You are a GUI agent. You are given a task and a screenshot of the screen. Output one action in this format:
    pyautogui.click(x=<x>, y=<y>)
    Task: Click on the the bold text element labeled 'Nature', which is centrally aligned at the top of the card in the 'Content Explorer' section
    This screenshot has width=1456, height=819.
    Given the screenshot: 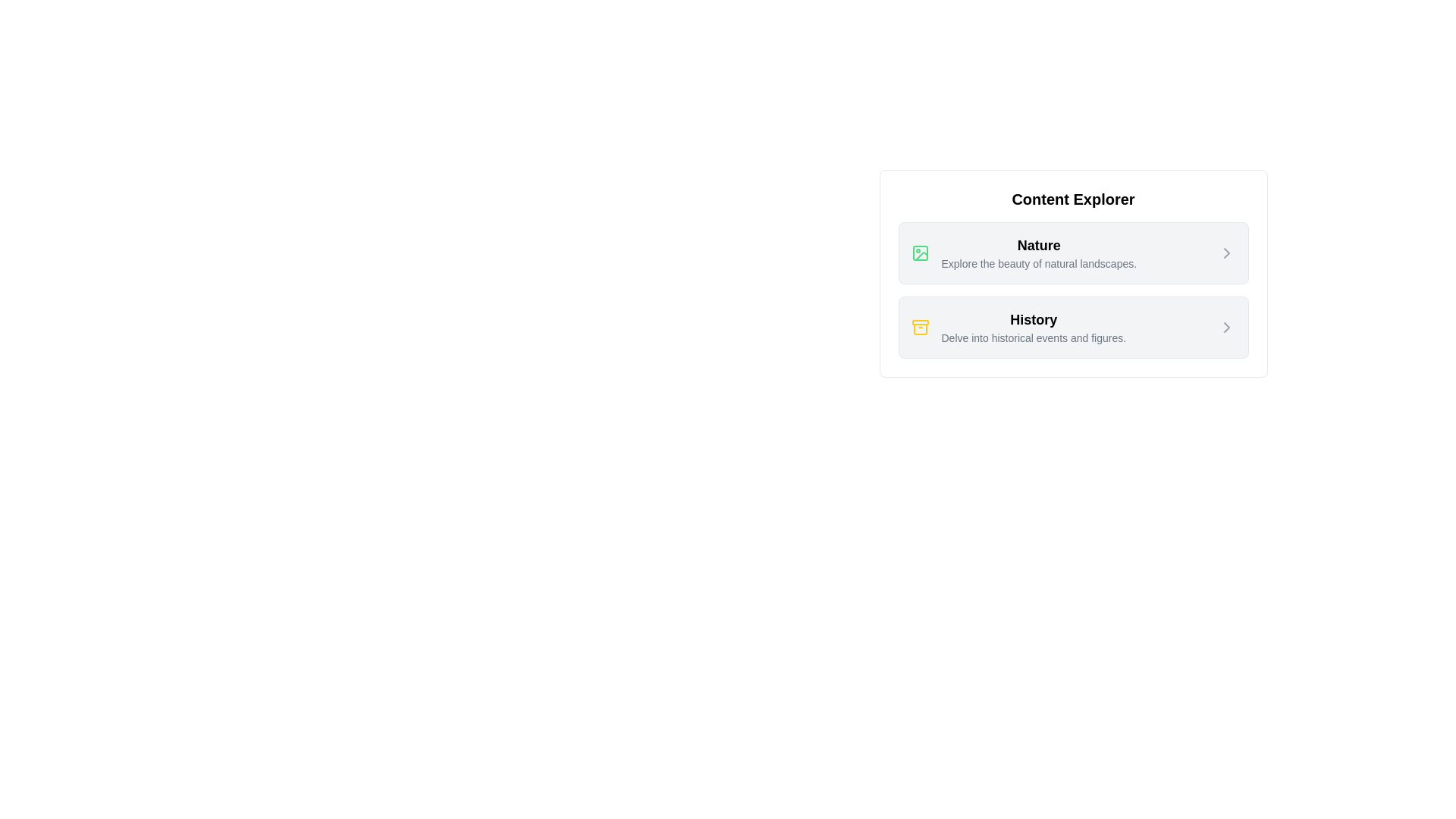 What is the action you would take?
    pyautogui.click(x=1038, y=245)
    